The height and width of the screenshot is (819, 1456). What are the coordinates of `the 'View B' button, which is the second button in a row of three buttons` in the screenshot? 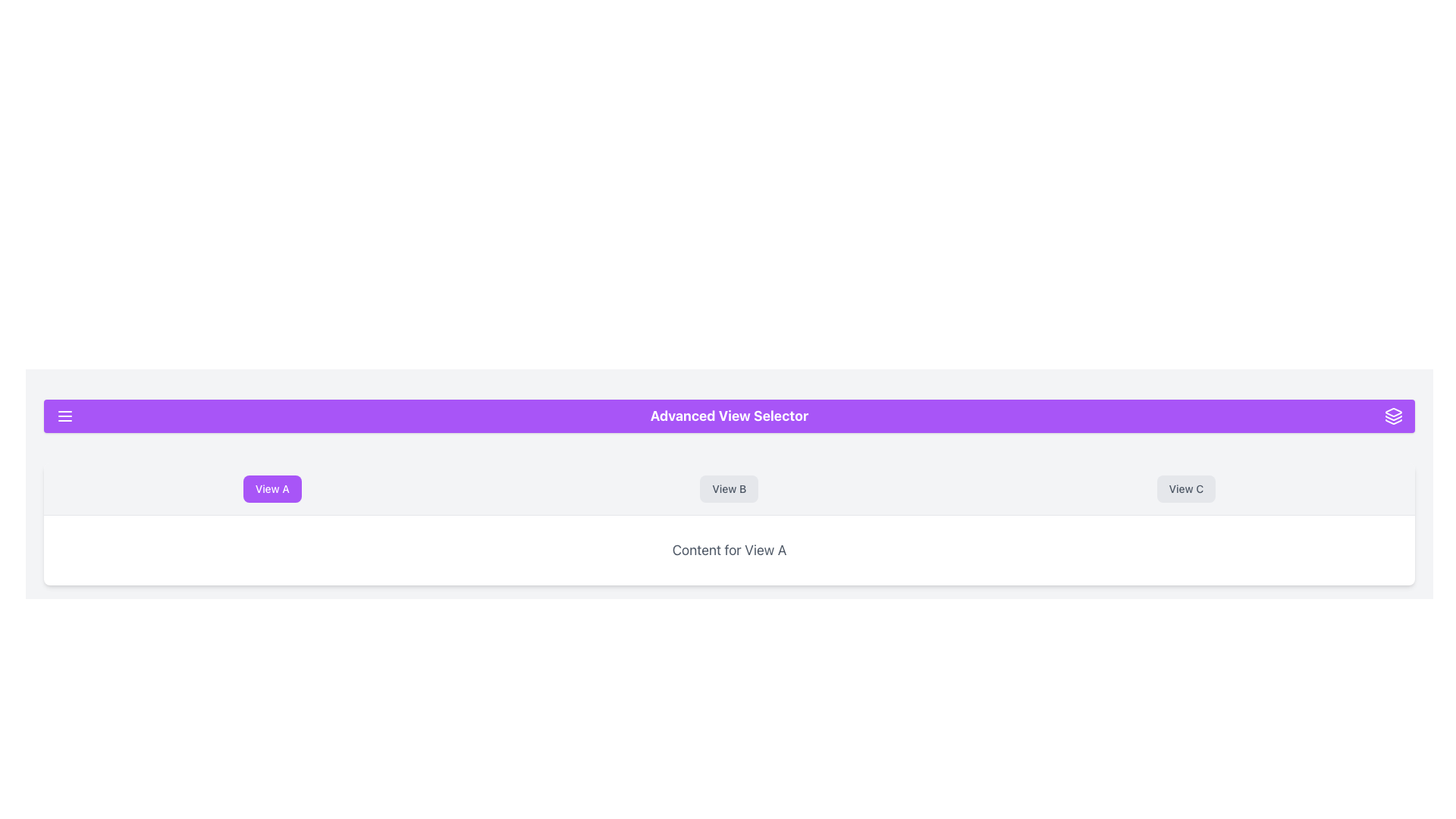 It's located at (729, 488).